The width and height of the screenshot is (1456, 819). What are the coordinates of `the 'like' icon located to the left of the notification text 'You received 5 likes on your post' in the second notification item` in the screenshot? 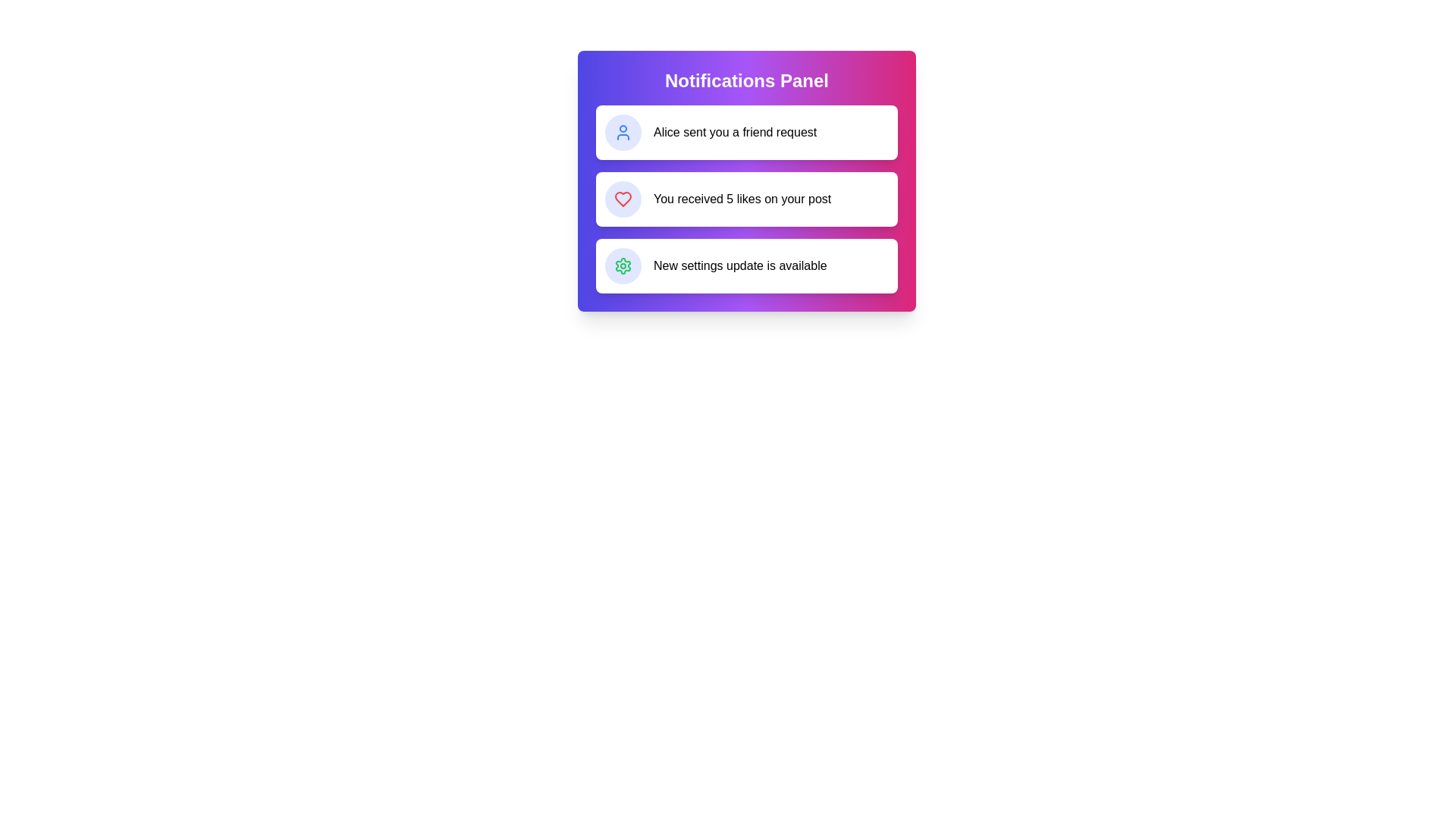 It's located at (623, 198).